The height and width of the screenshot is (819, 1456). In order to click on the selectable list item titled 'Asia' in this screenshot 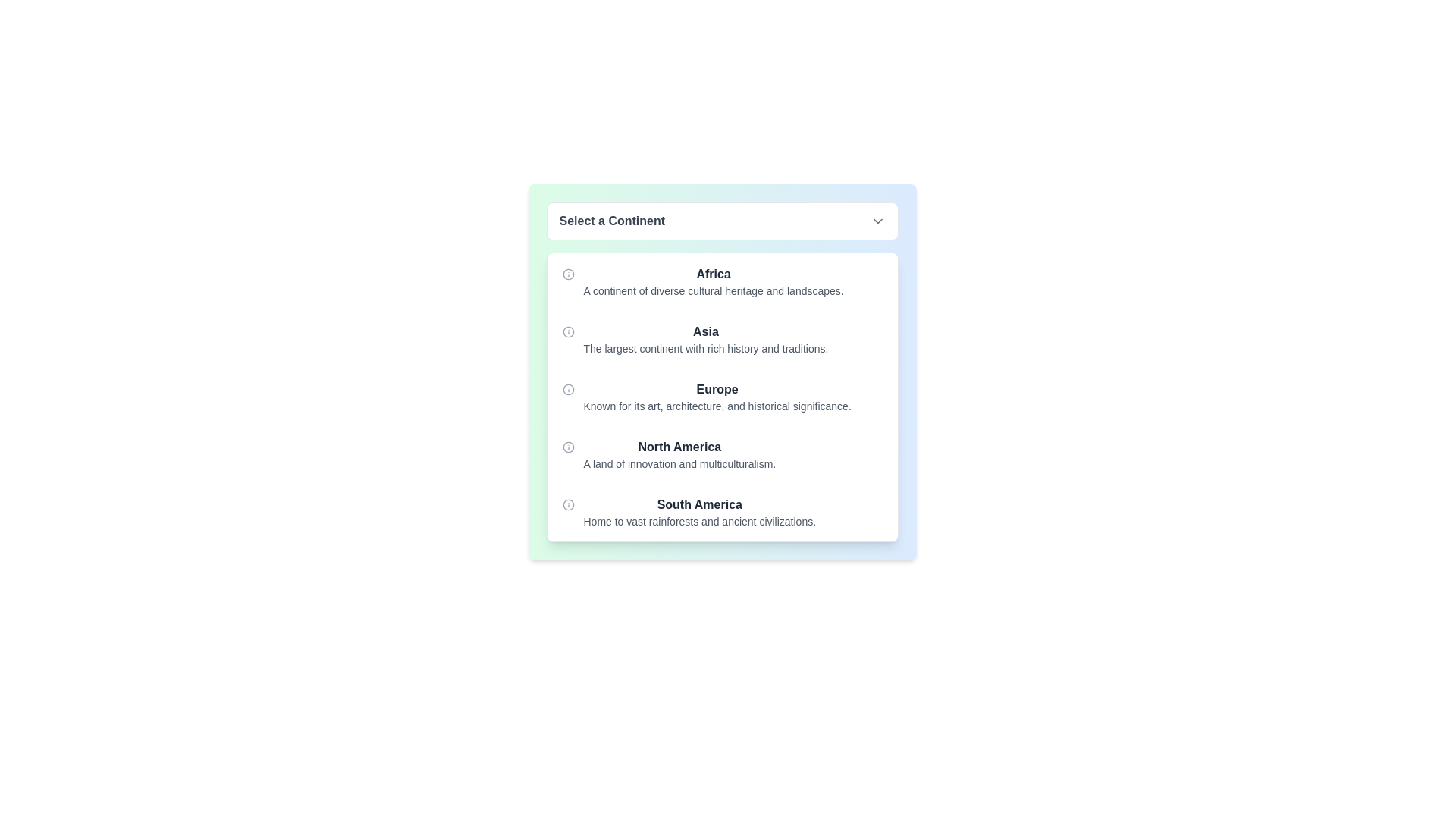, I will do `click(721, 338)`.